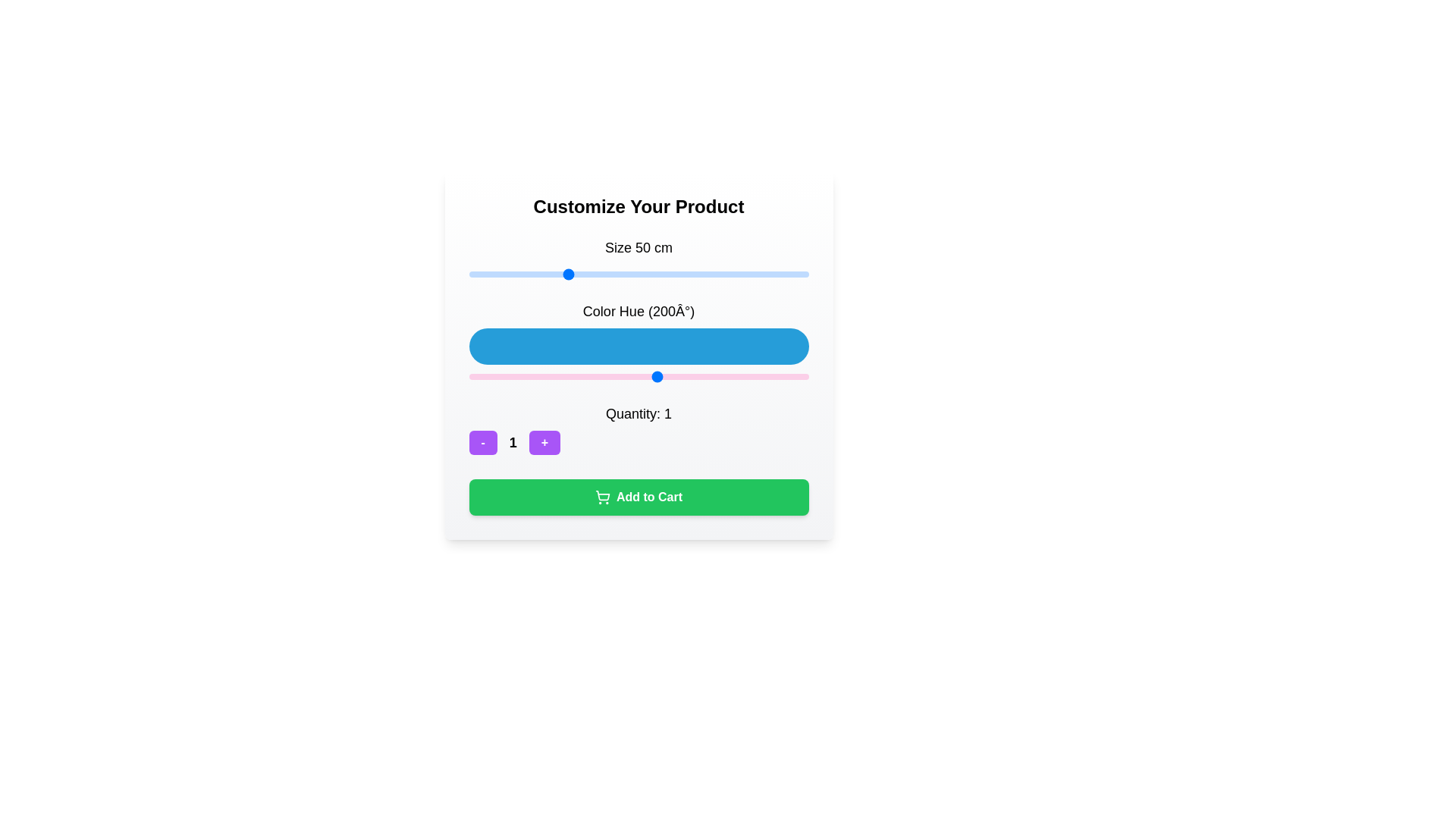 The image size is (1456, 819). Describe the element at coordinates (649, 497) in the screenshot. I see `the text within the green action button located below the quantity selector` at that location.